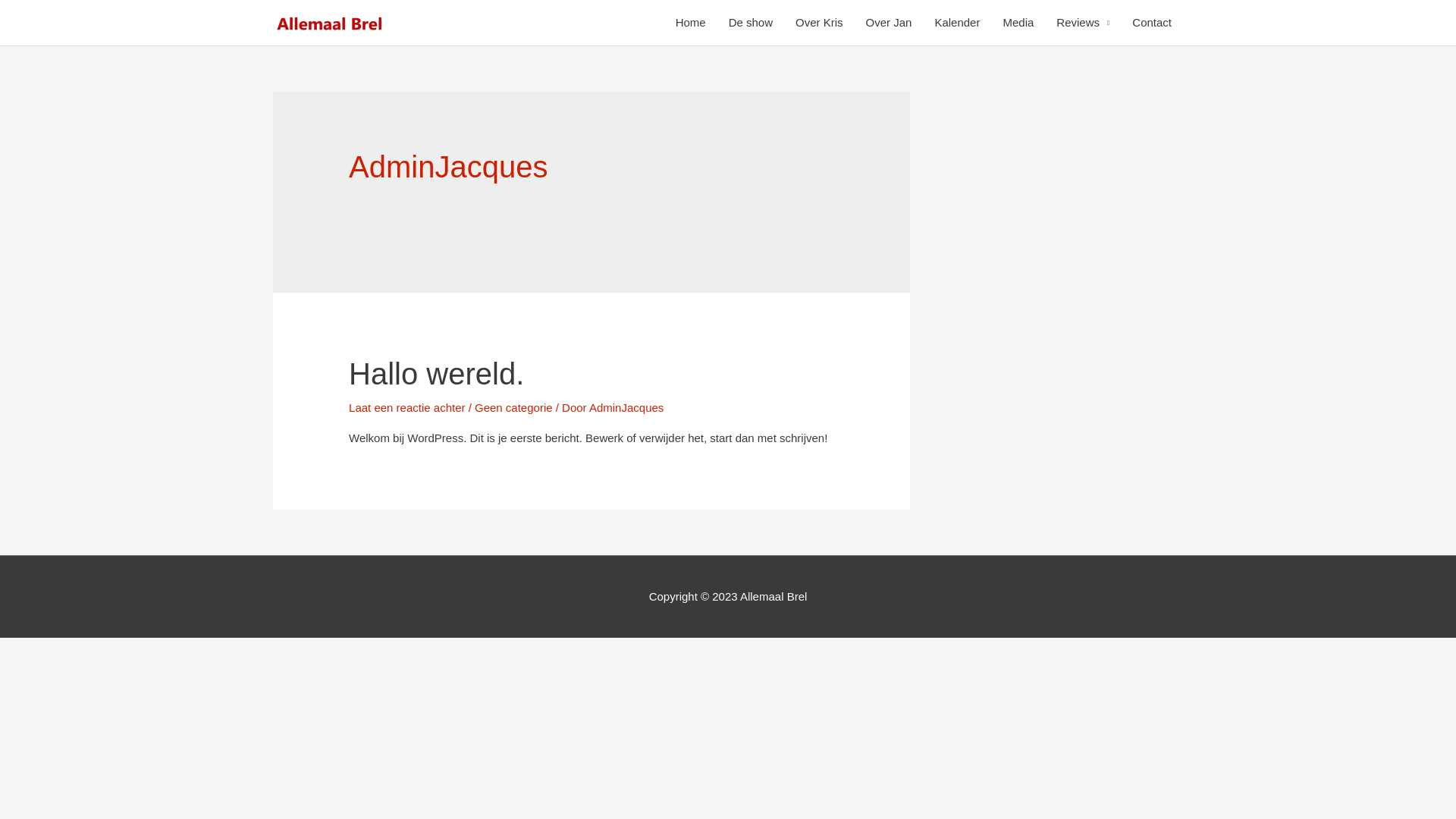  Describe the element at coordinates (690, 23) in the screenshot. I see `'Home'` at that location.